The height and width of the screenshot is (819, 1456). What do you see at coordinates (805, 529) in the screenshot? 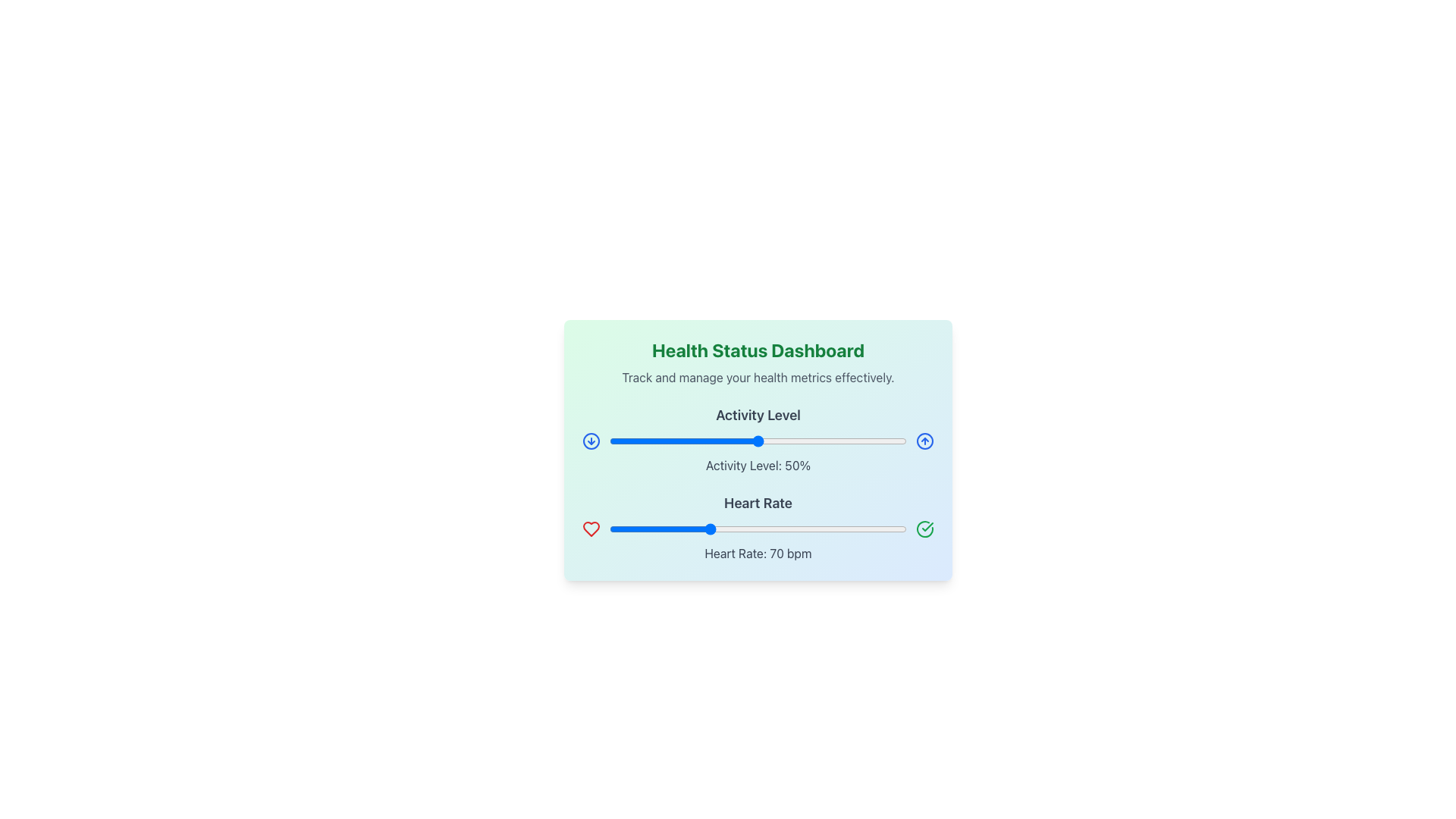
I see `heart rate` at bounding box center [805, 529].